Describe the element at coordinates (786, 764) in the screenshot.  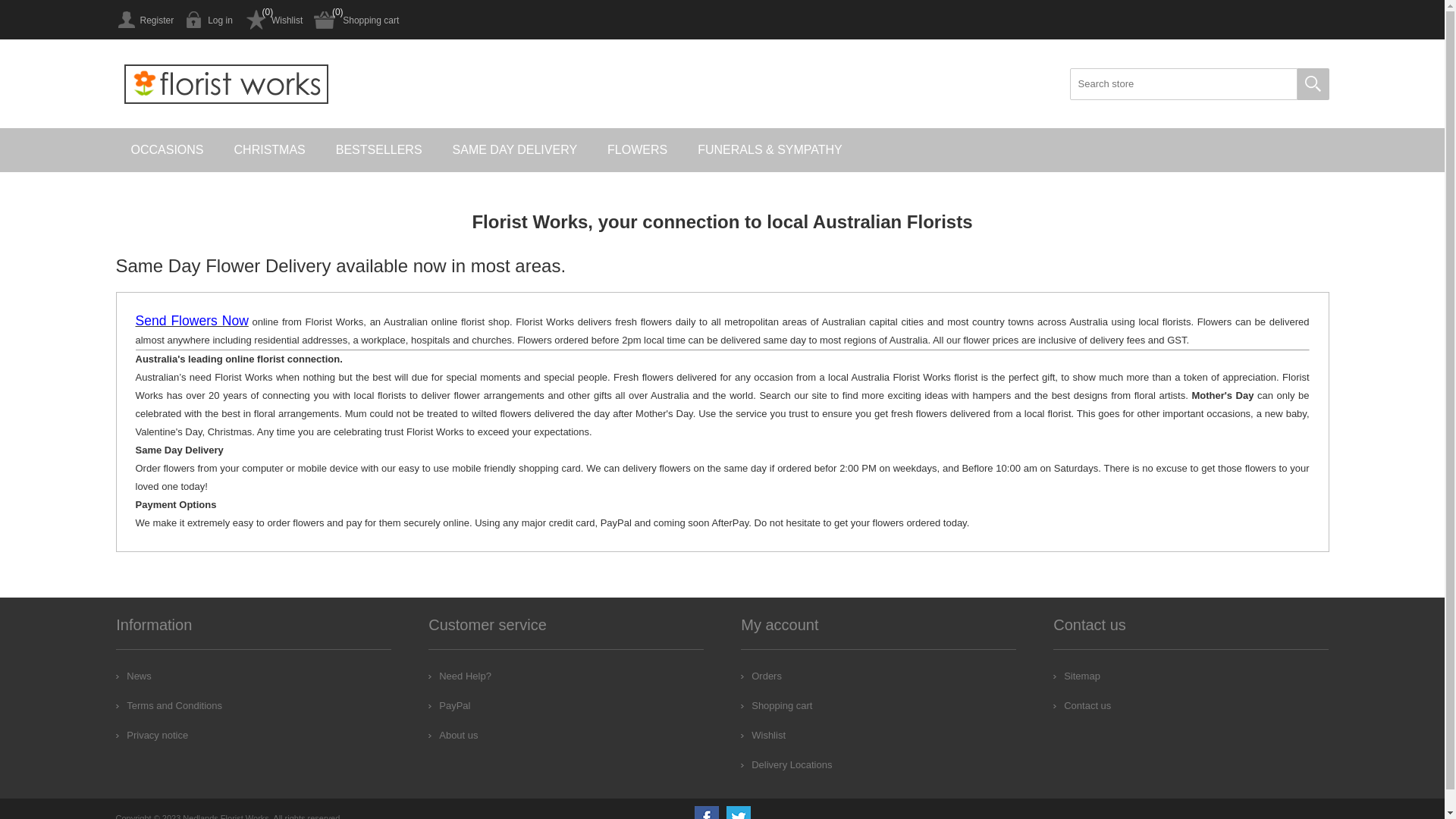
I see `'Delivery Locations'` at that location.